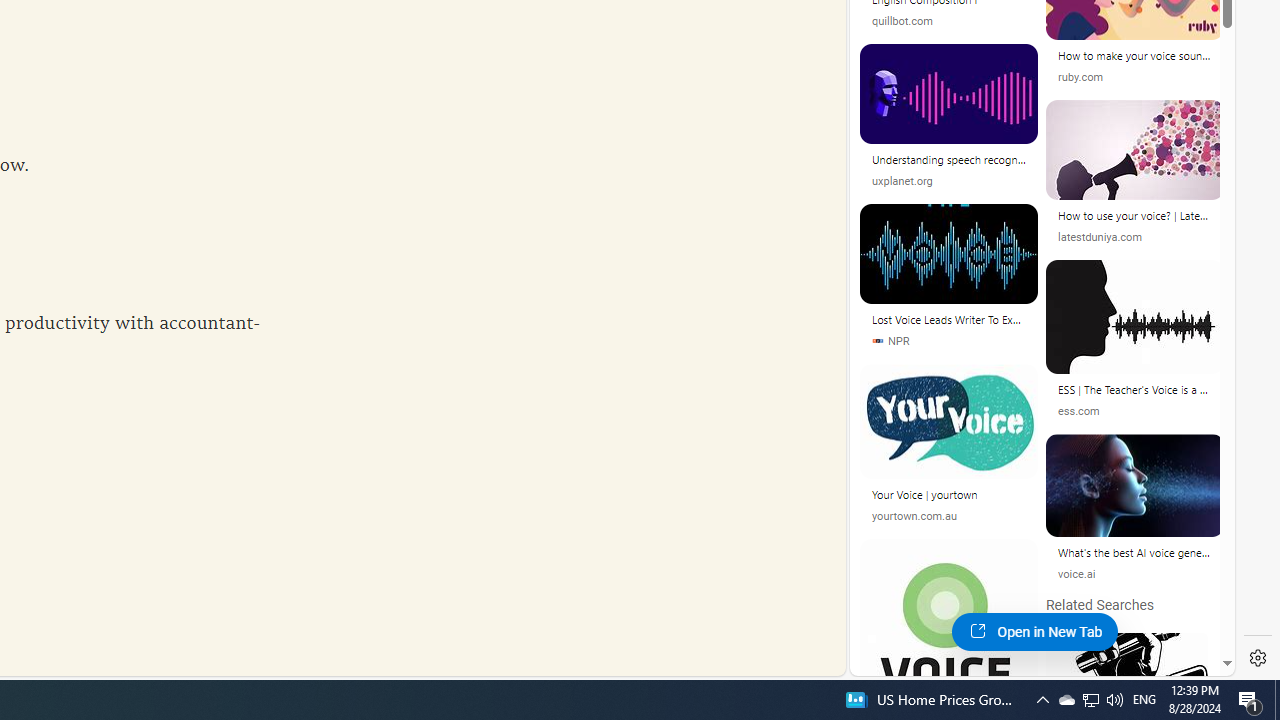 This screenshot has height=720, width=1280. I want to click on 'latestduniya.com', so click(1099, 236).